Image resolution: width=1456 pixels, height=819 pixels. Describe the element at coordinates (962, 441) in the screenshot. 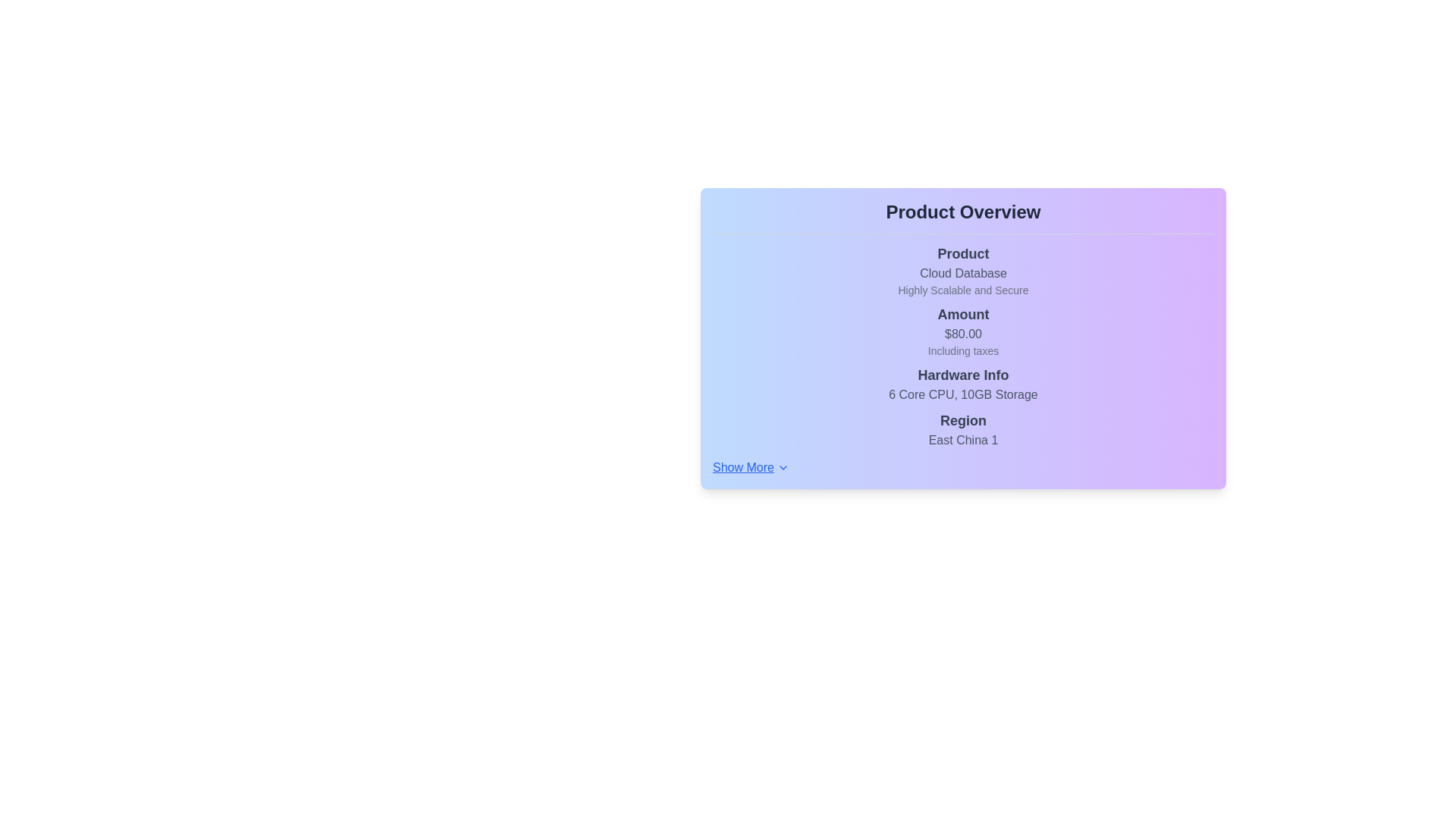

I see `the 'Region' Label that displays the specific region's name within the dashboard interface` at that location.